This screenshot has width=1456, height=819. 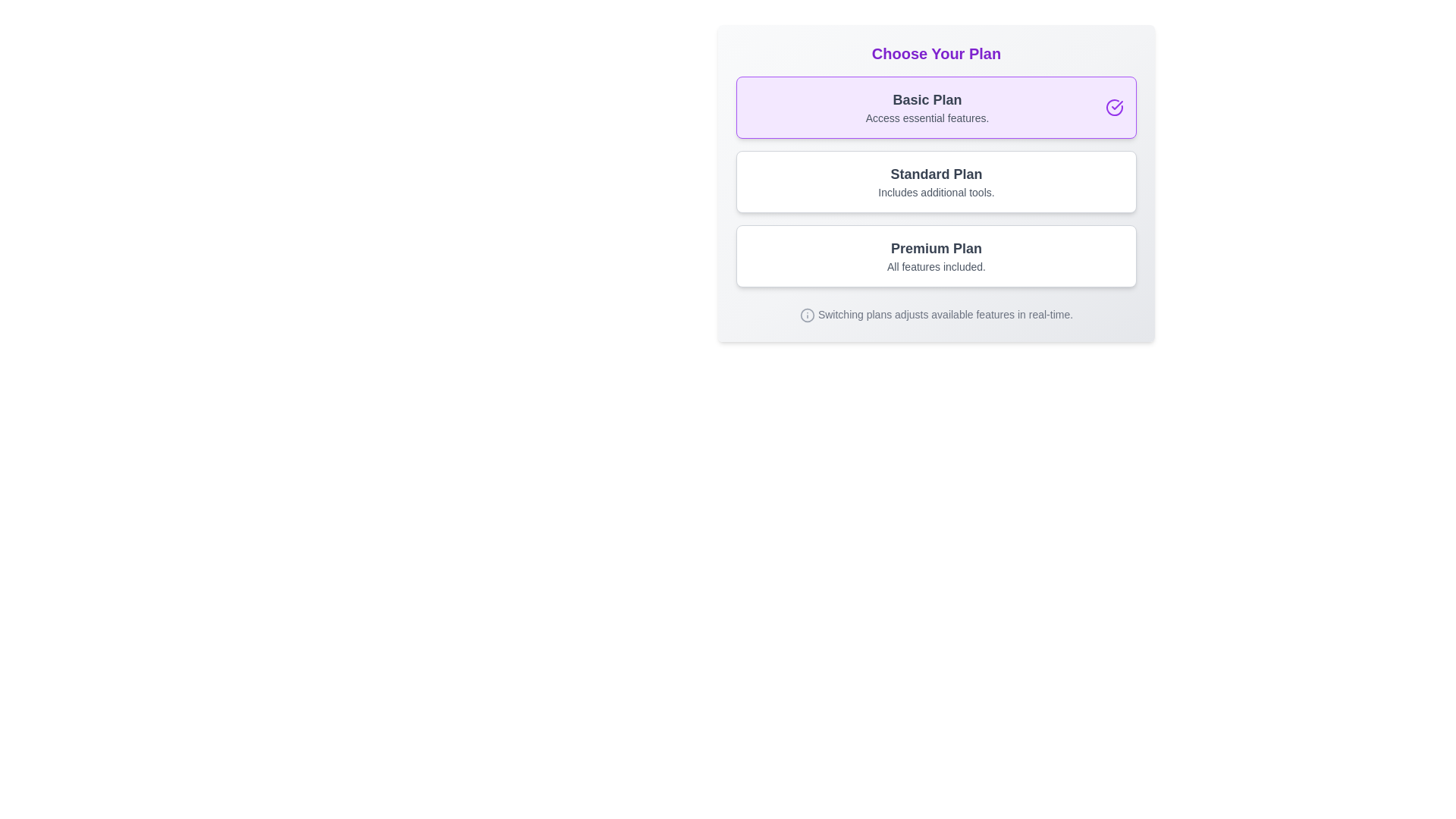 I want to click on the 'Basic Plan' selectable option card located at the top-center of the page for navigation, so click(x=935, y=107).